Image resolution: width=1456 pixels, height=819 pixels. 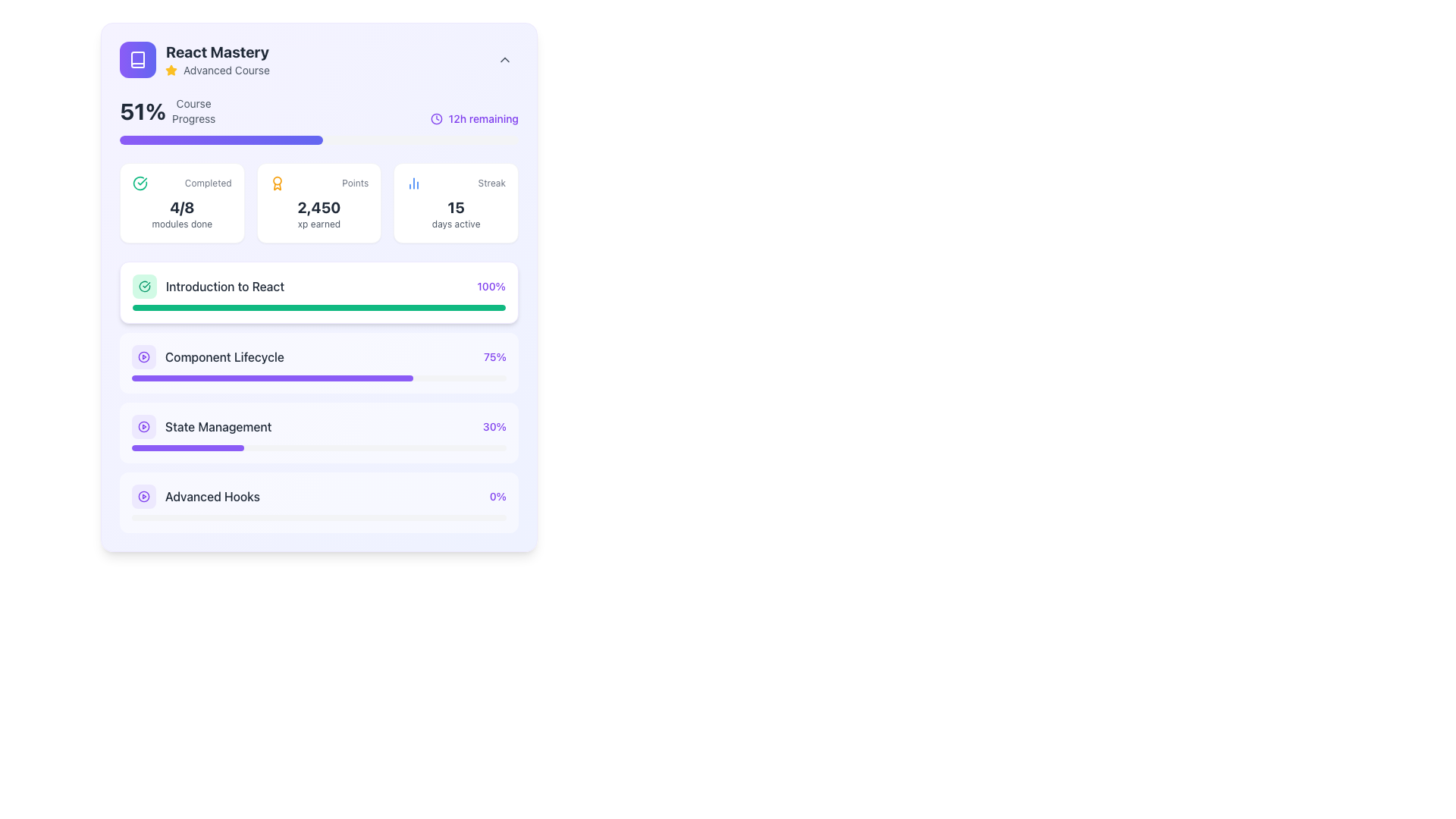 I want to click on the progress bar indicating 100% completion of the 'Introduction to React' module, located beneath the completion percentage text and above the next list item, so click(x=318, y=307).